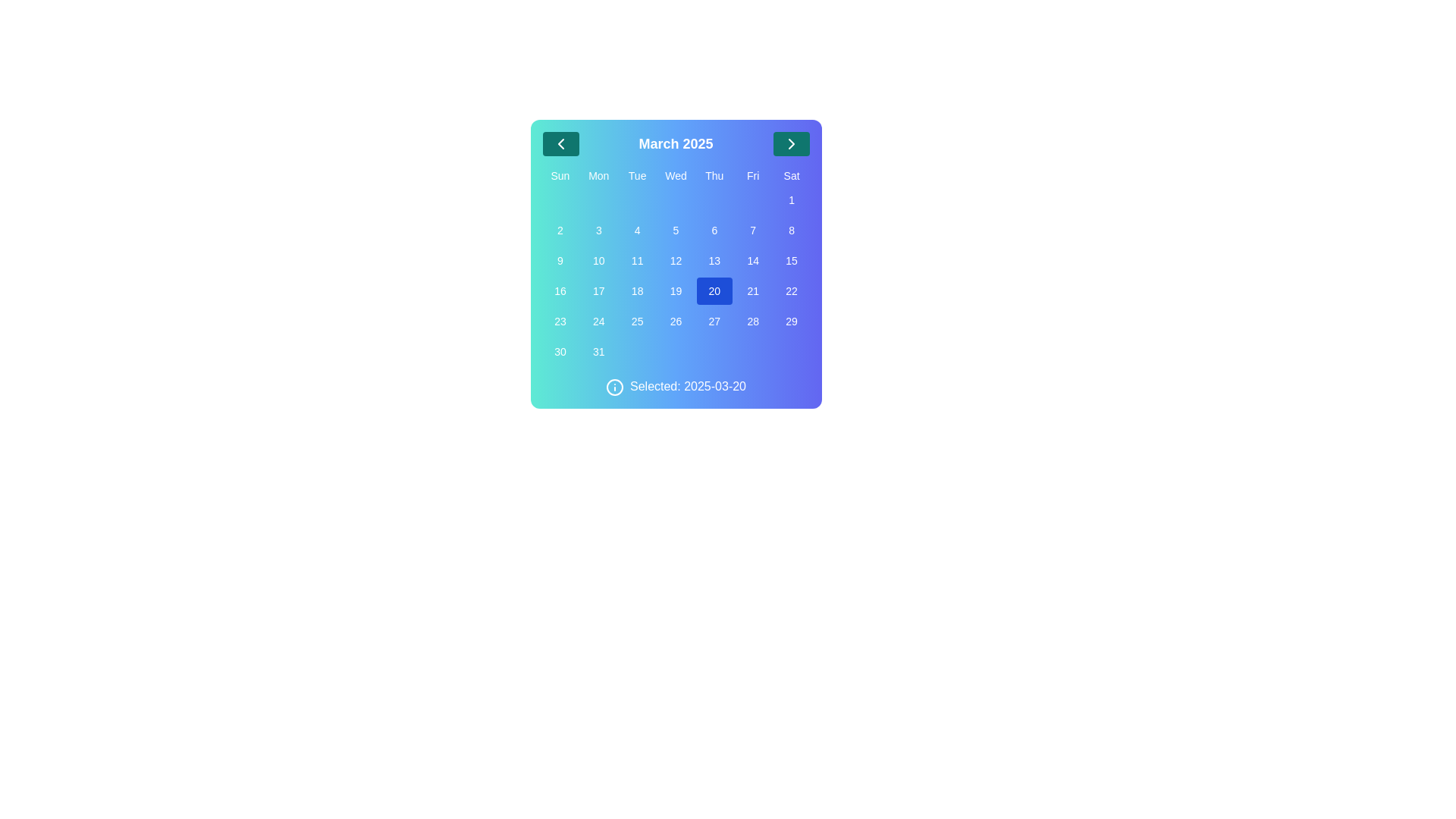 The image size is (1456, 819). Describe the element at coordinates (790, 143) in the screenshot. I see `the teal-colored button with a white rightward chevron icon` at that location.